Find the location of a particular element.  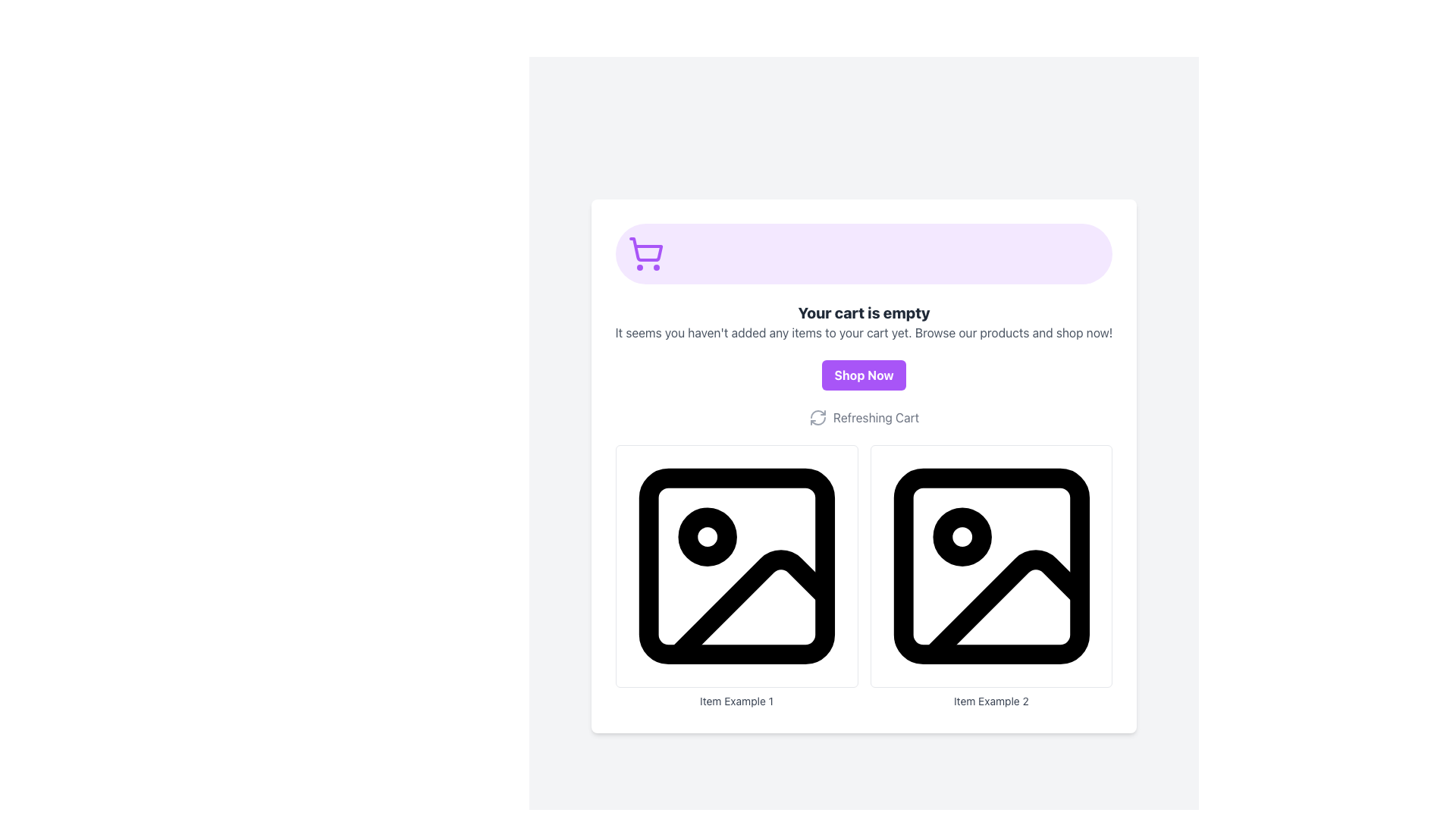

the shopping cart icon located in the top left portion of the circular background at the top center of the page is located at coordinates (645, 253).